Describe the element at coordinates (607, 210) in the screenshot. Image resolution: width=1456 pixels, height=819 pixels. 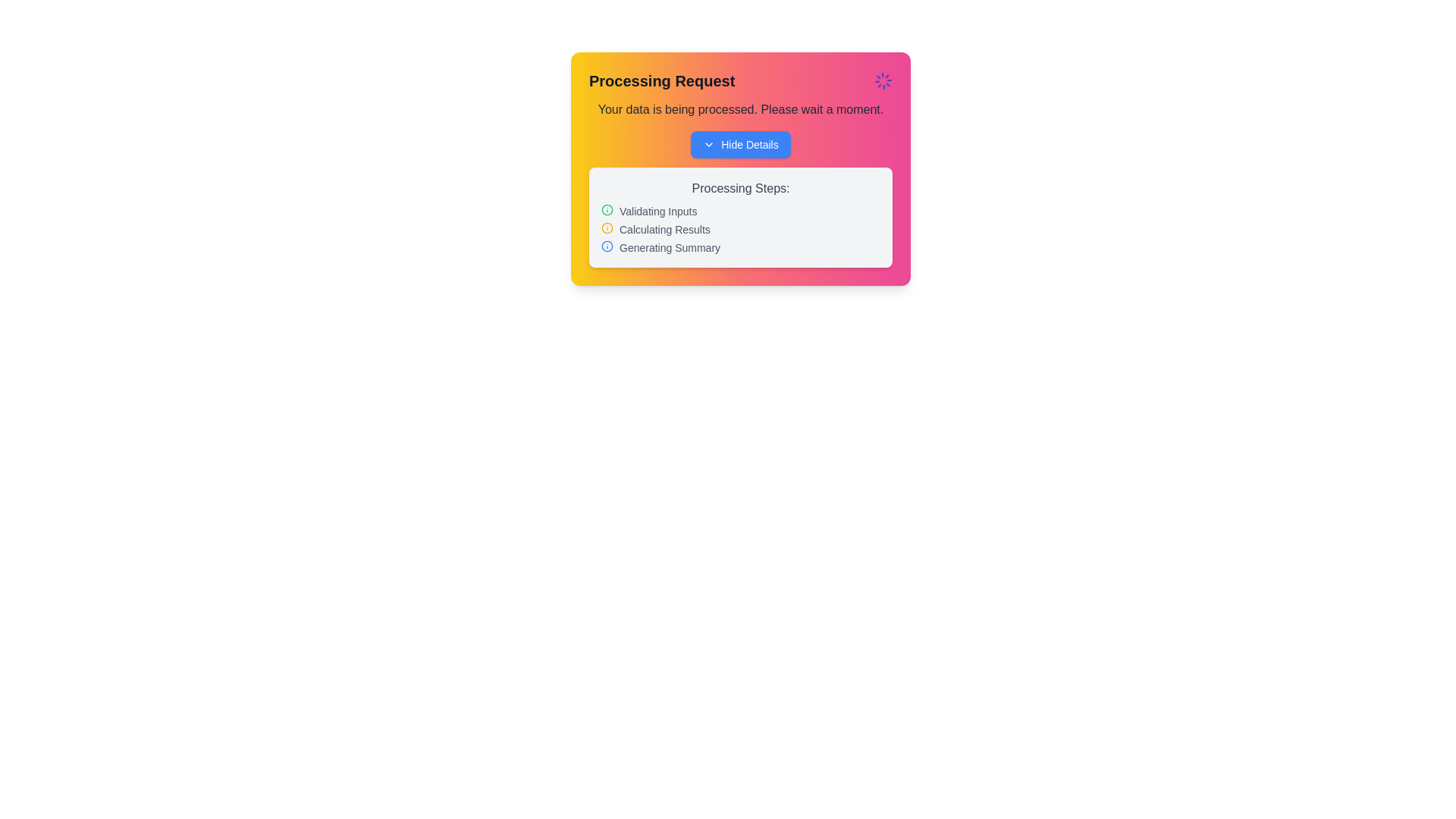
I see `the green circular border surrounding the smaller red circular element` at that location.